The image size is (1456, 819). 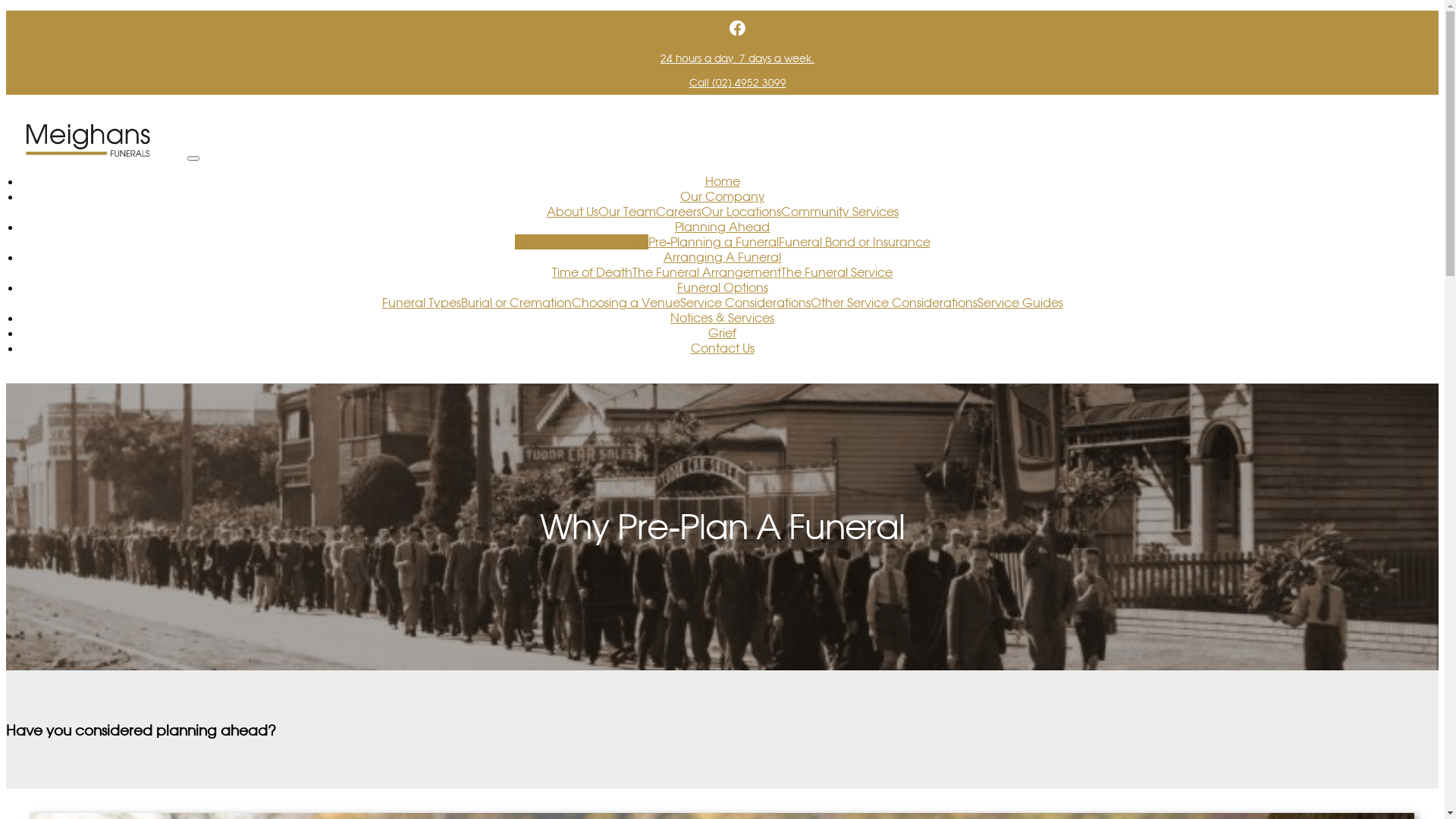 I want to click on 'Planning Ahead', so click(x=721, y=227).